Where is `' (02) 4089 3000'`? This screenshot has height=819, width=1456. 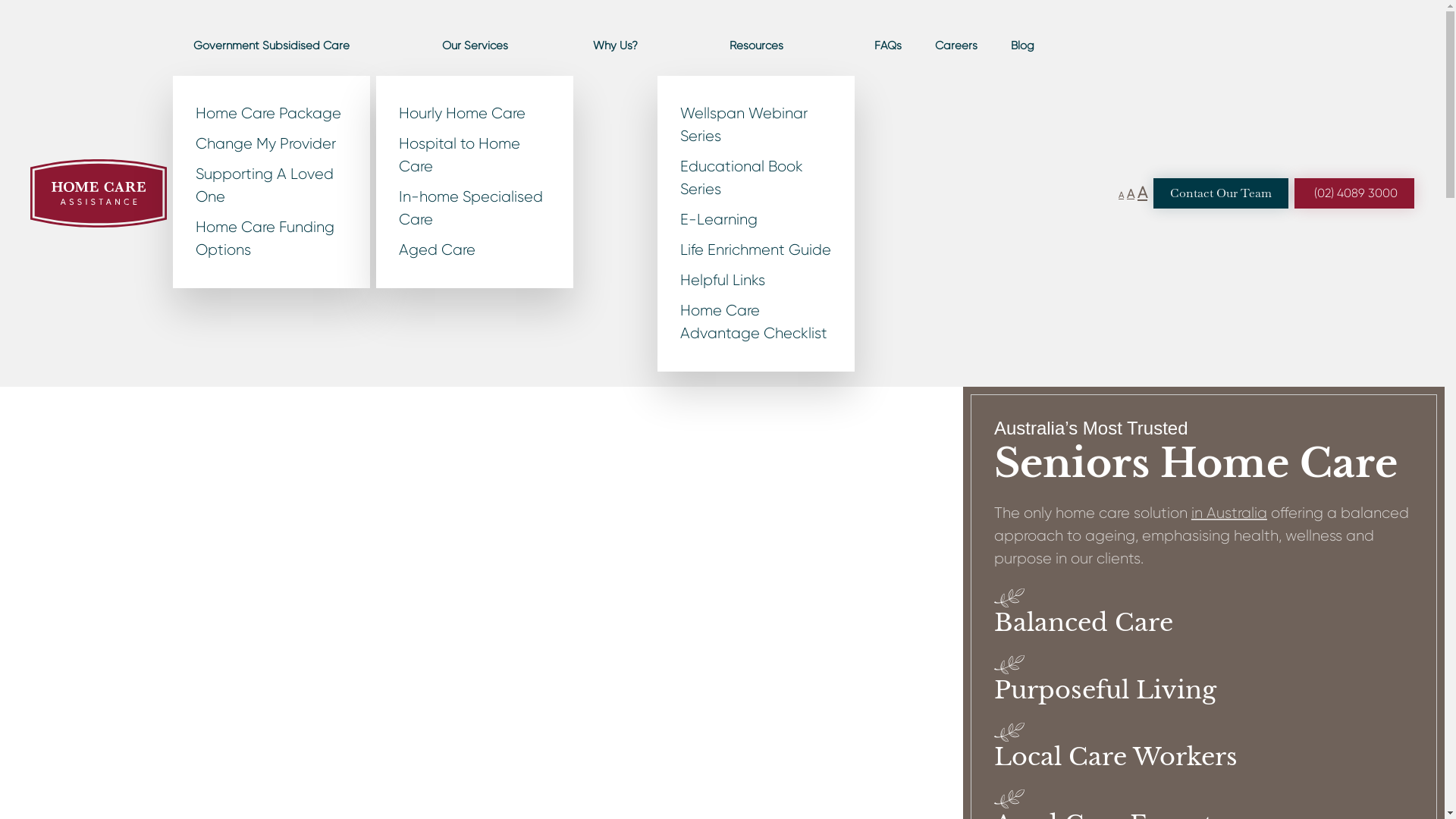
' (02) 4089 3000' is located at coordinates (1354, 192).